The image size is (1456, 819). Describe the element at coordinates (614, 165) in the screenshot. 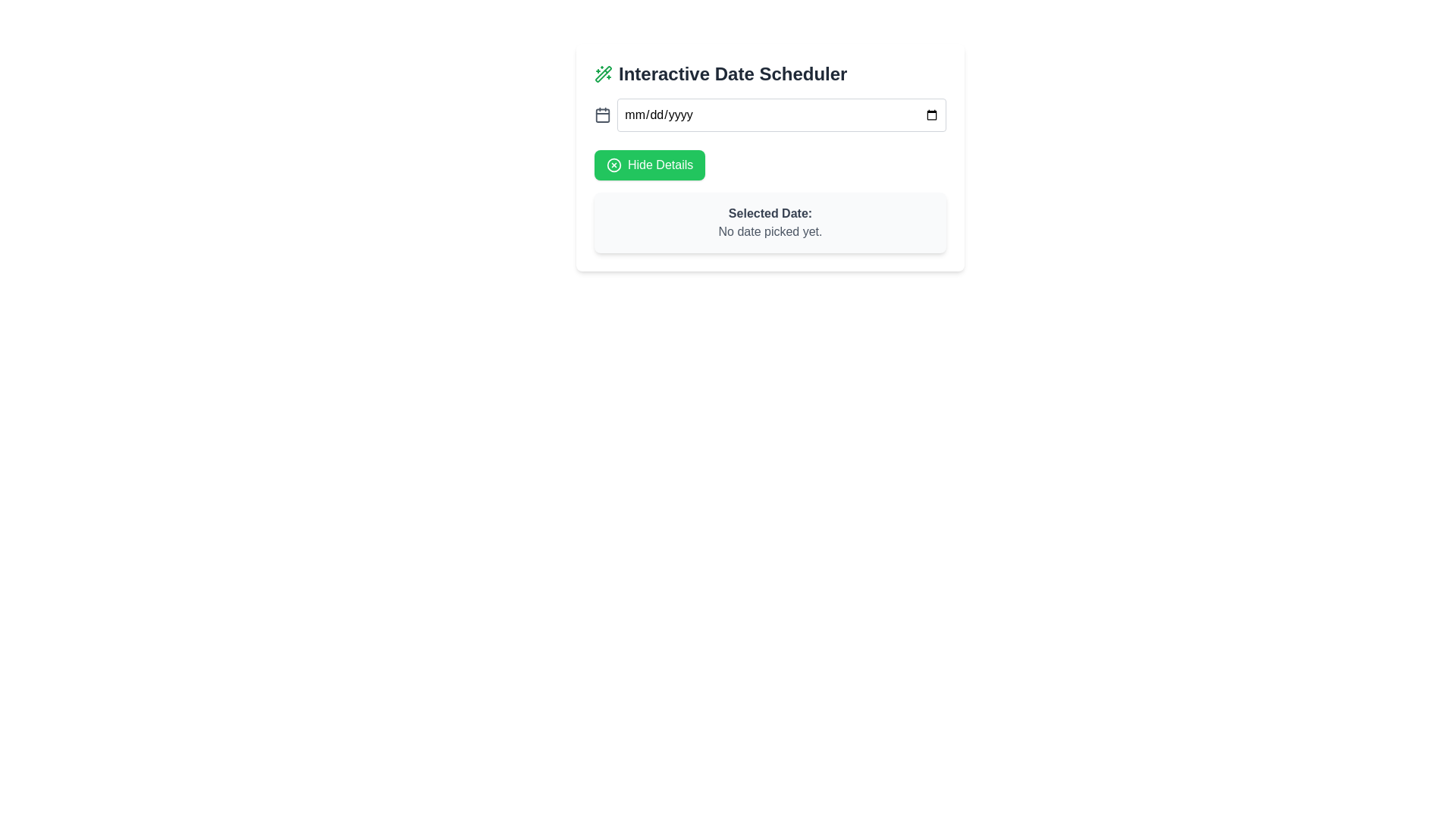

I see `the circular icon within the green 'Hide Details' button` at that location.